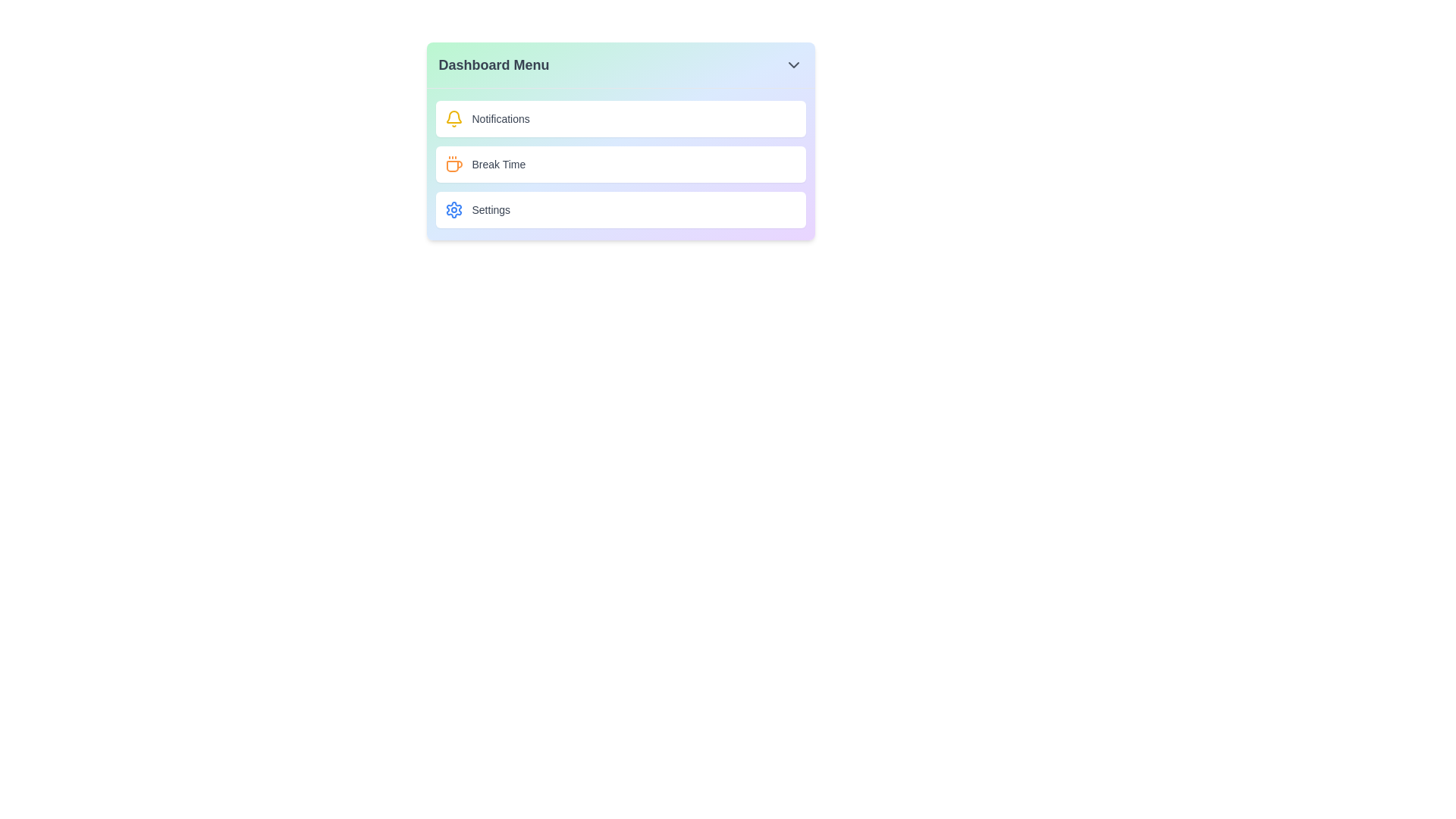 The width and height of the screenshot is (1456, 819). What do you see at coordinates (620, 210) in the screenshot?
I see `the 'Settings' button located as the third item in the vertical list of menu options, below 'Break Time' and 'Notifications'` at bounding box center [620, 210].